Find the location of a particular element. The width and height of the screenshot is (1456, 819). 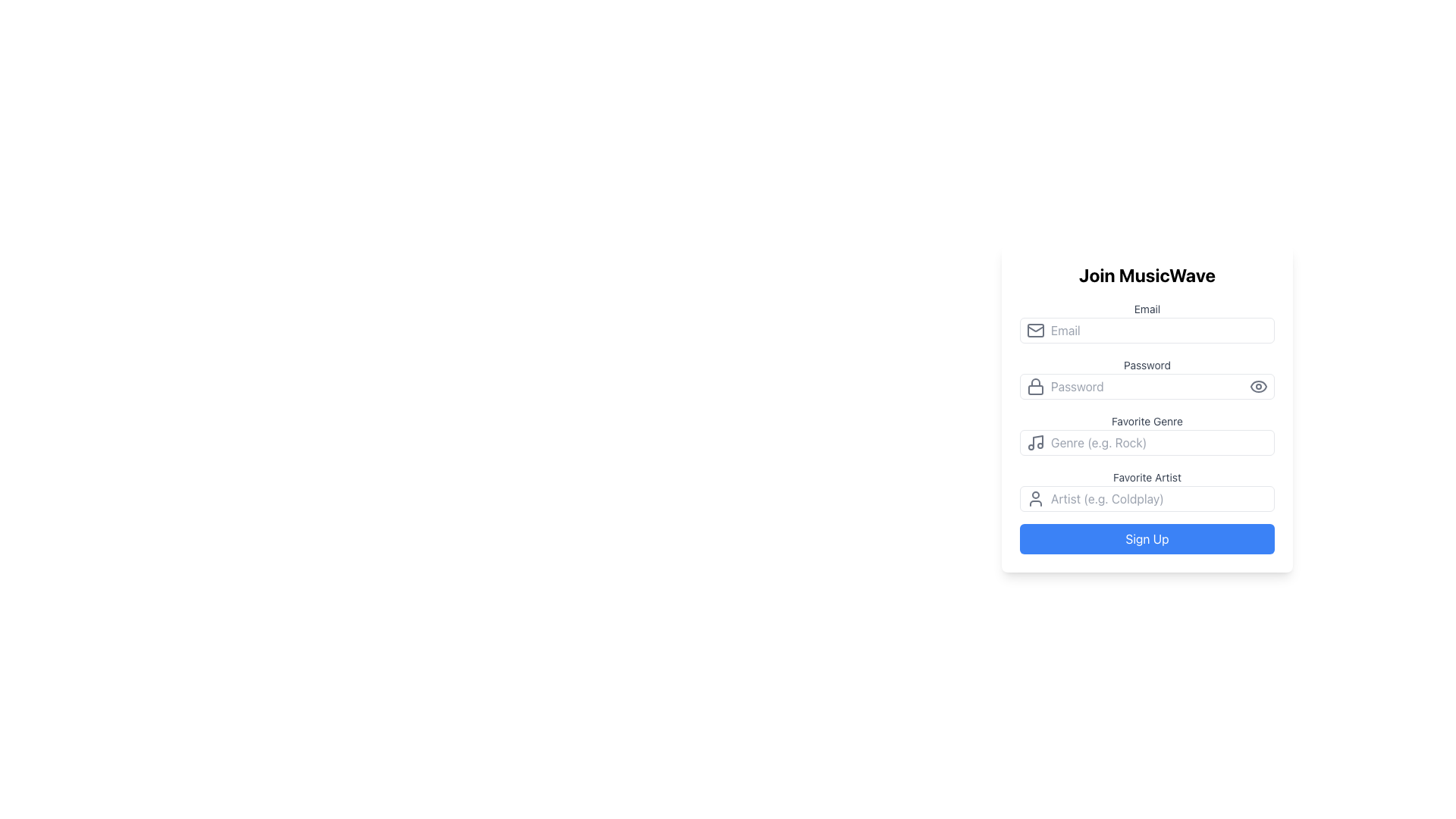

the icon located to the left of the 'Artist' input field in the 'Favorite Artist' section of the form, which assists users in identifying the purpose of the adjacent input field is located at coordinates (1035, 499).